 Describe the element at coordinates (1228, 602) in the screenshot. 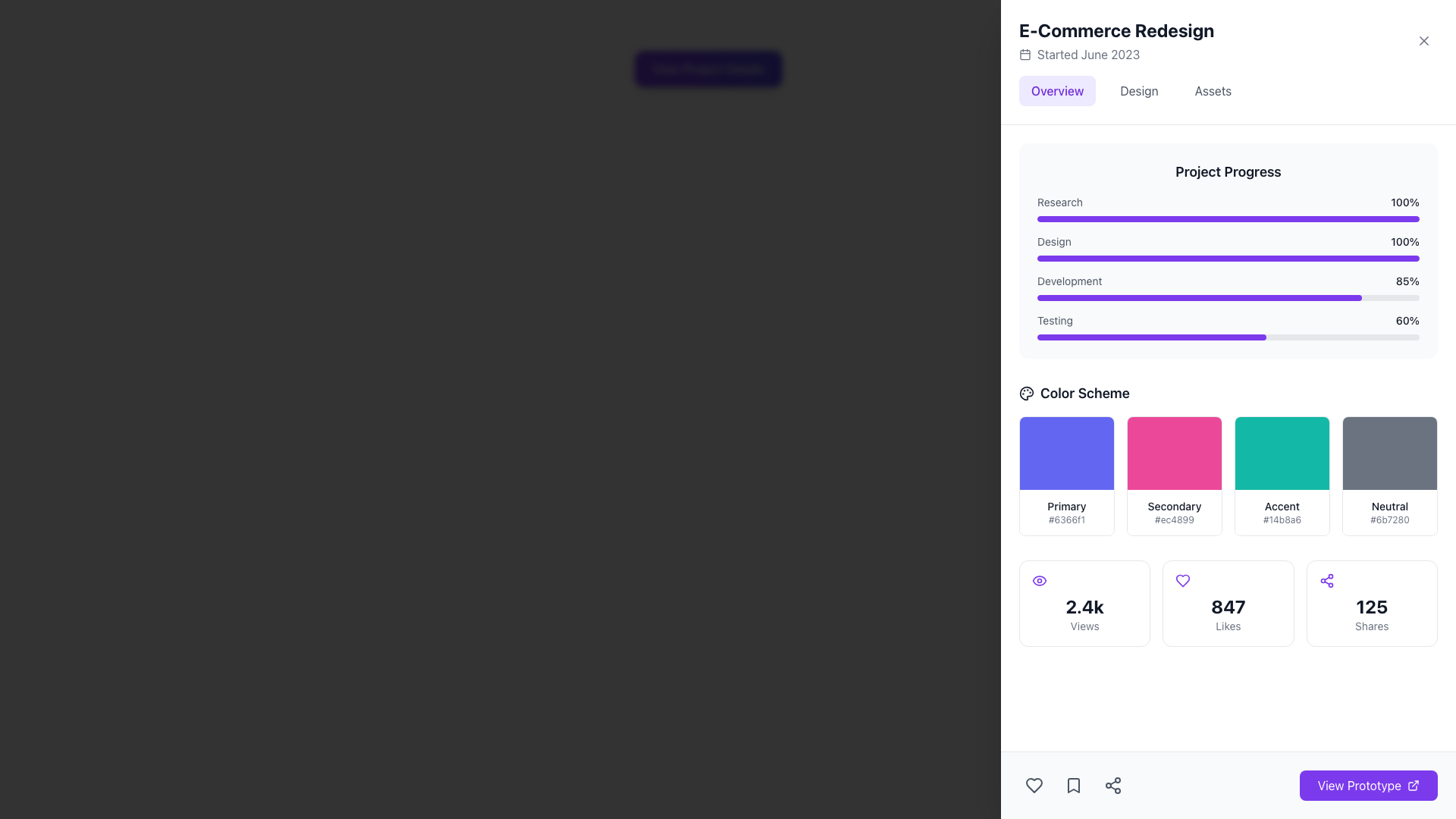

I see `the second informational card displaying '847 Likes', which features a purple heart icon at the top and is located below the 'Color Scheme' section` at that location.